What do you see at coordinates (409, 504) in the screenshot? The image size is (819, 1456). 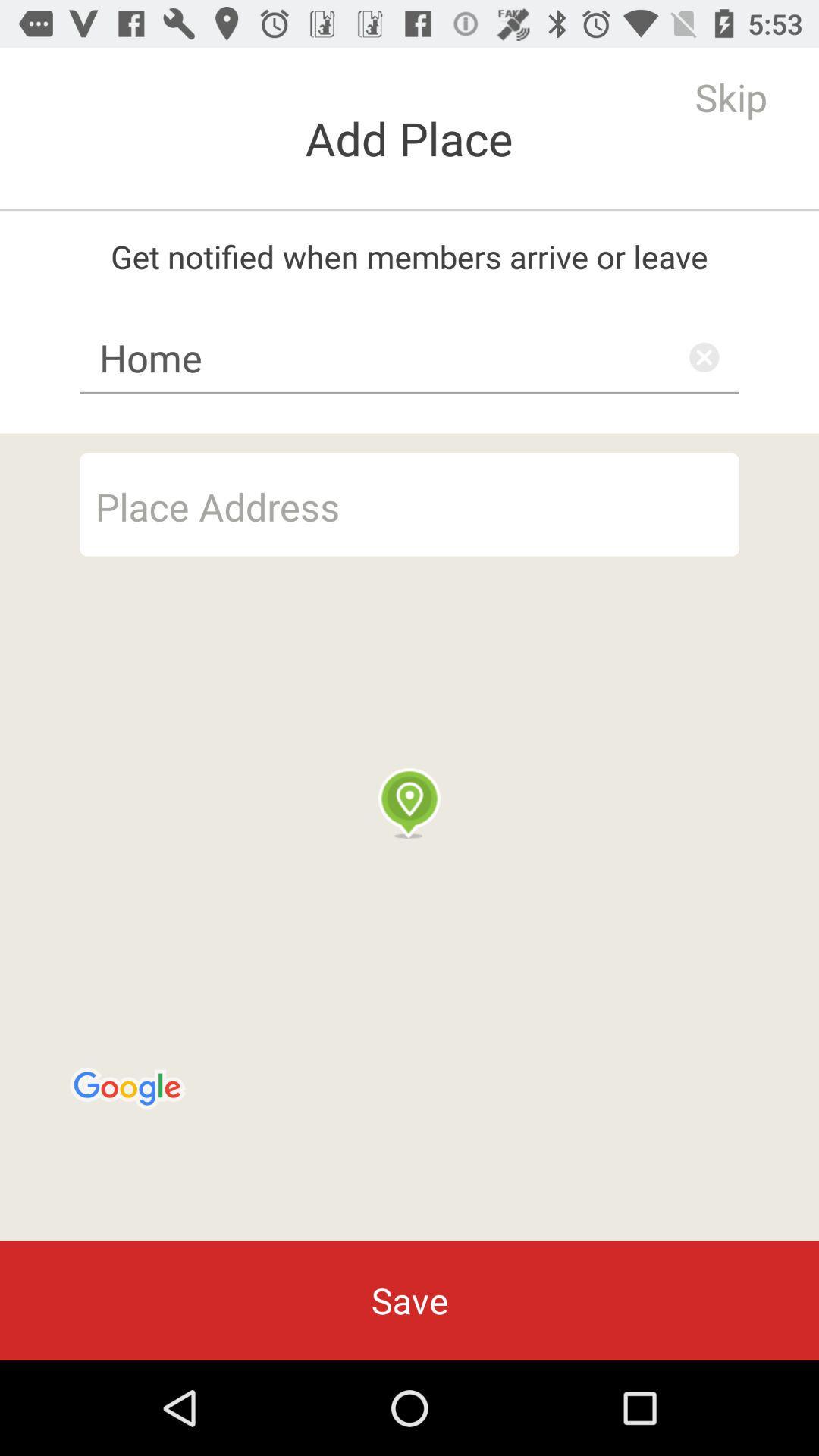 I see `the icon below home item` at bounding box center [409, 504].